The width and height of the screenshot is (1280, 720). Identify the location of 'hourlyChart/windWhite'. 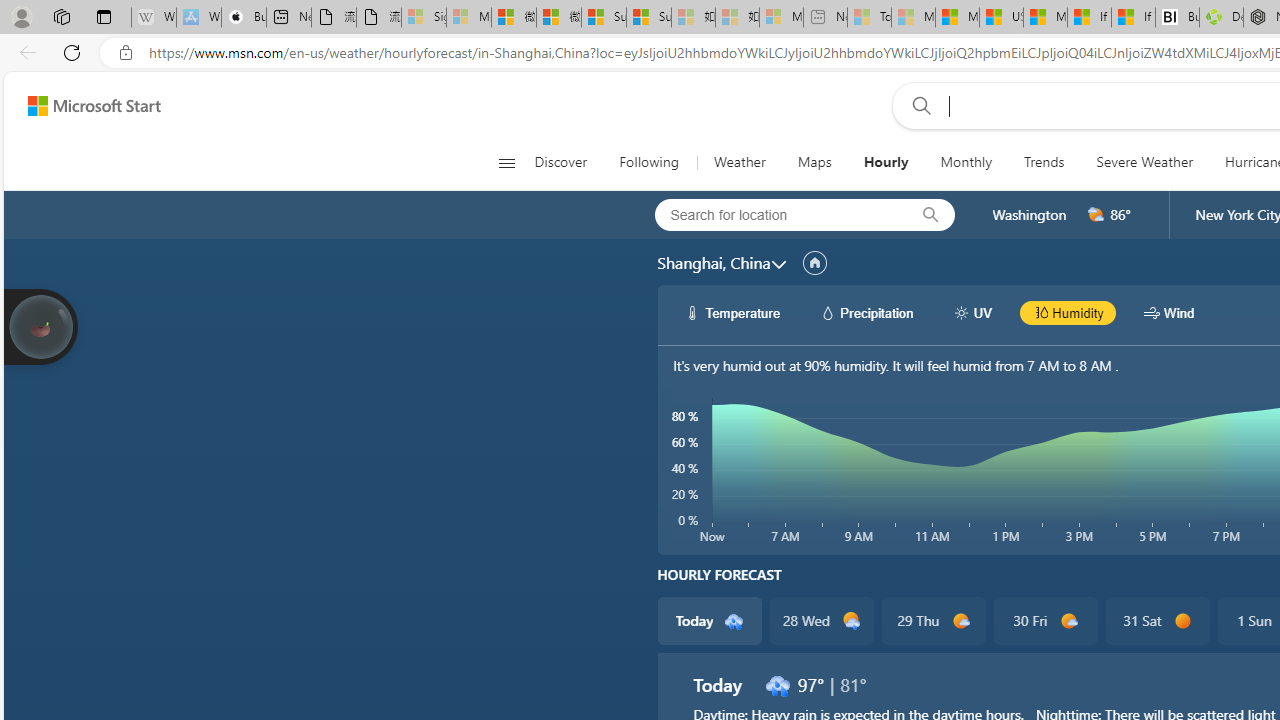
(1152, 312).